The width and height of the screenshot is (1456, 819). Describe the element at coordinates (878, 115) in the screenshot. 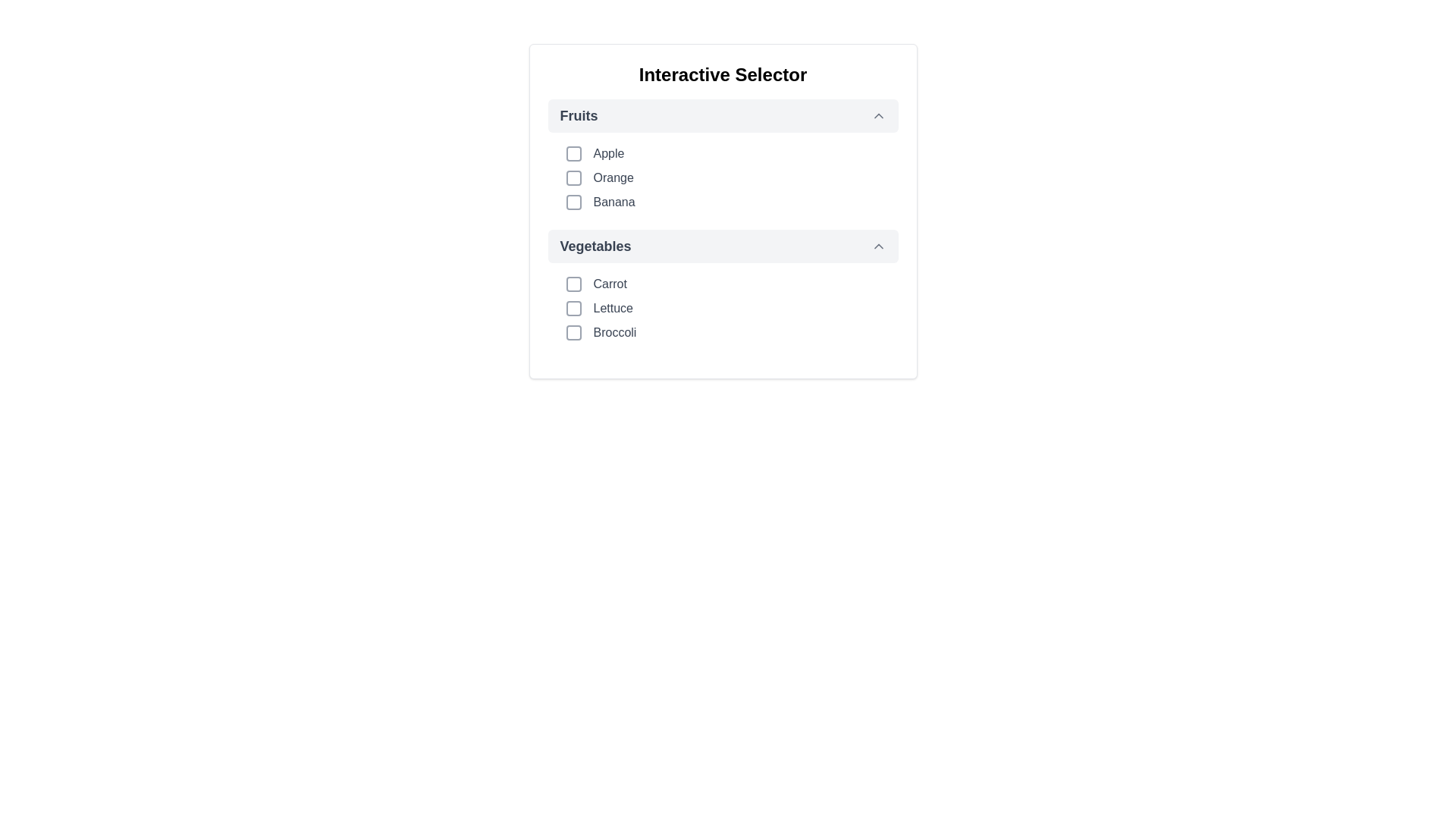

I see `the chevron-up icon located on the right-hand side of the 'Fruits' label` at that location.